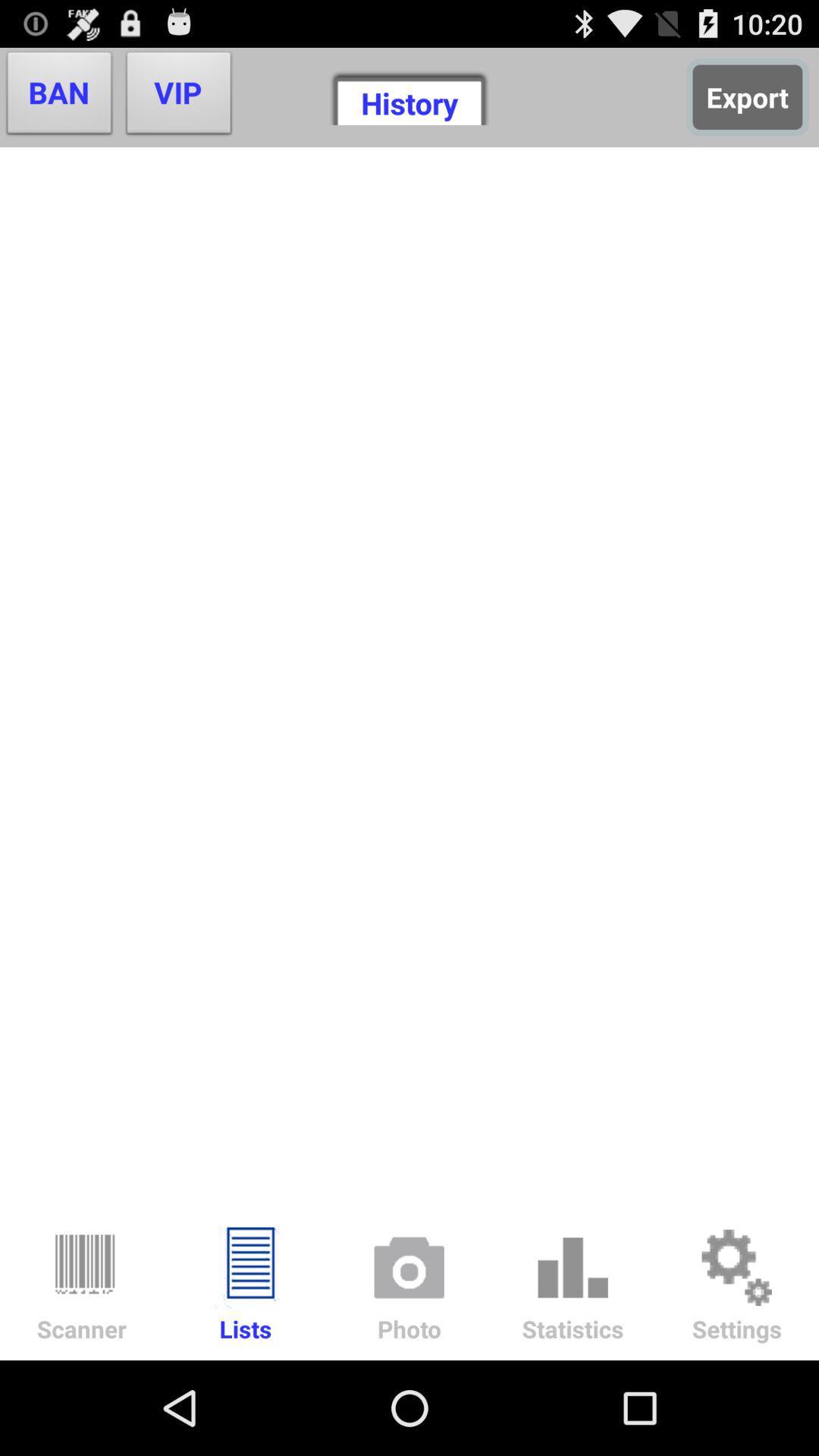 The image size is (819, 1456). What do you see at coordinates (58, 96) in the screenshot?
I see `ban button` at bounding box center [58, 96].